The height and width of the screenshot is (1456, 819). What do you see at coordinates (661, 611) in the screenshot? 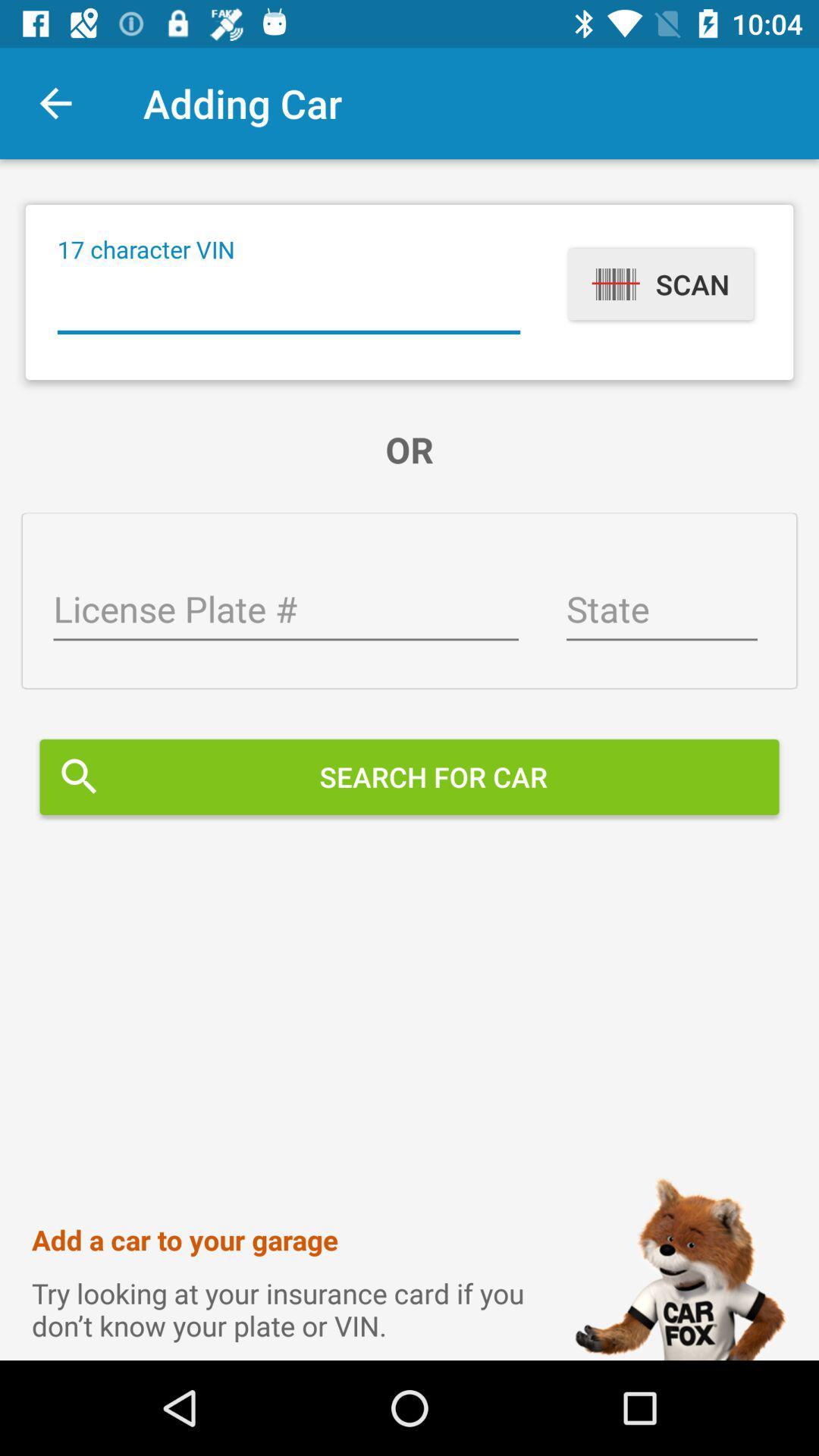
I see `state` at bounding box center [661, 611].